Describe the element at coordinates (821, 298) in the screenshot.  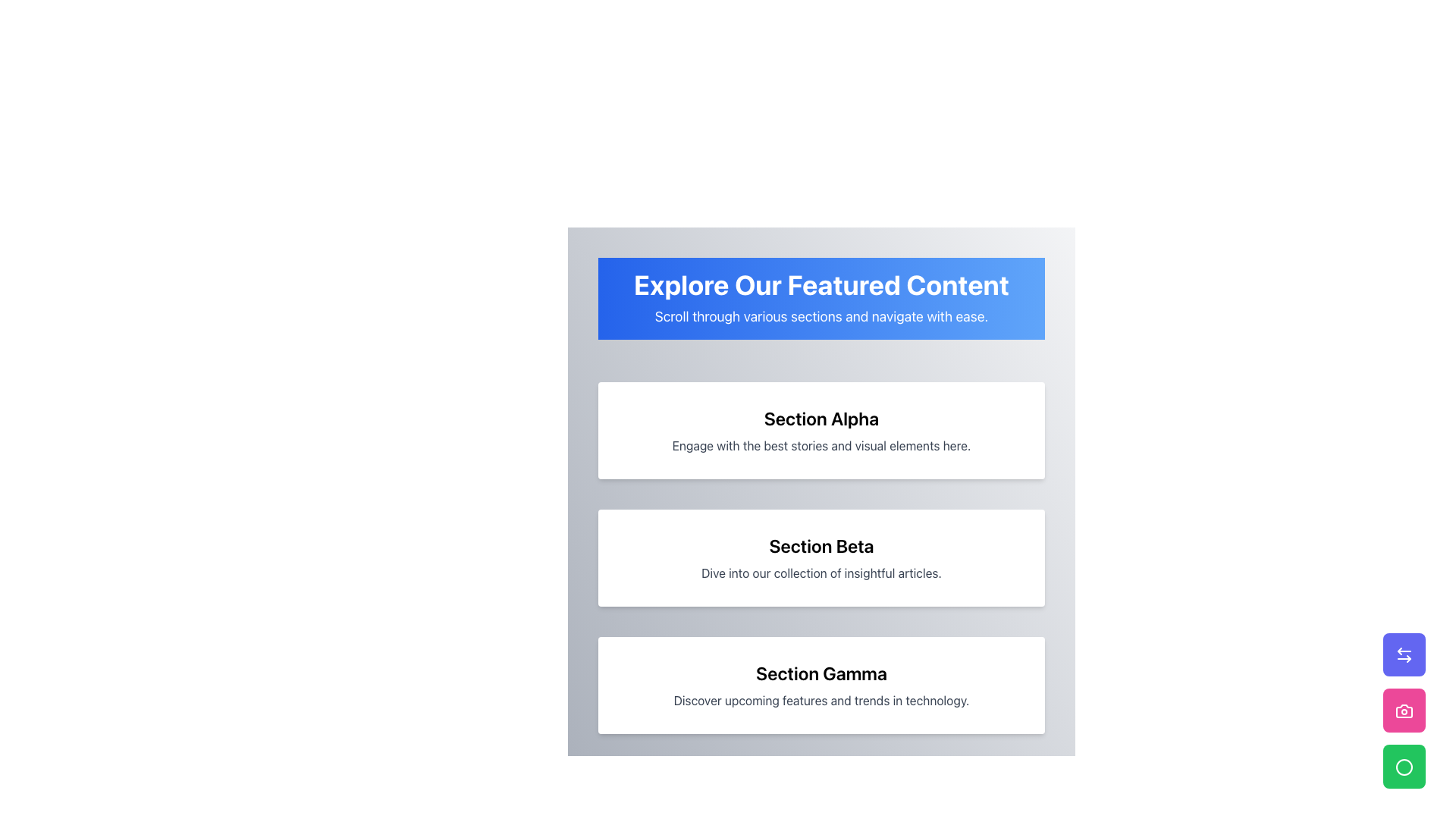
I see `the prominent header section styled as a banner with the title 'Explore Our Featured Content' and subtitle 'Scroll through various sections and navigate with ease'` at that location.